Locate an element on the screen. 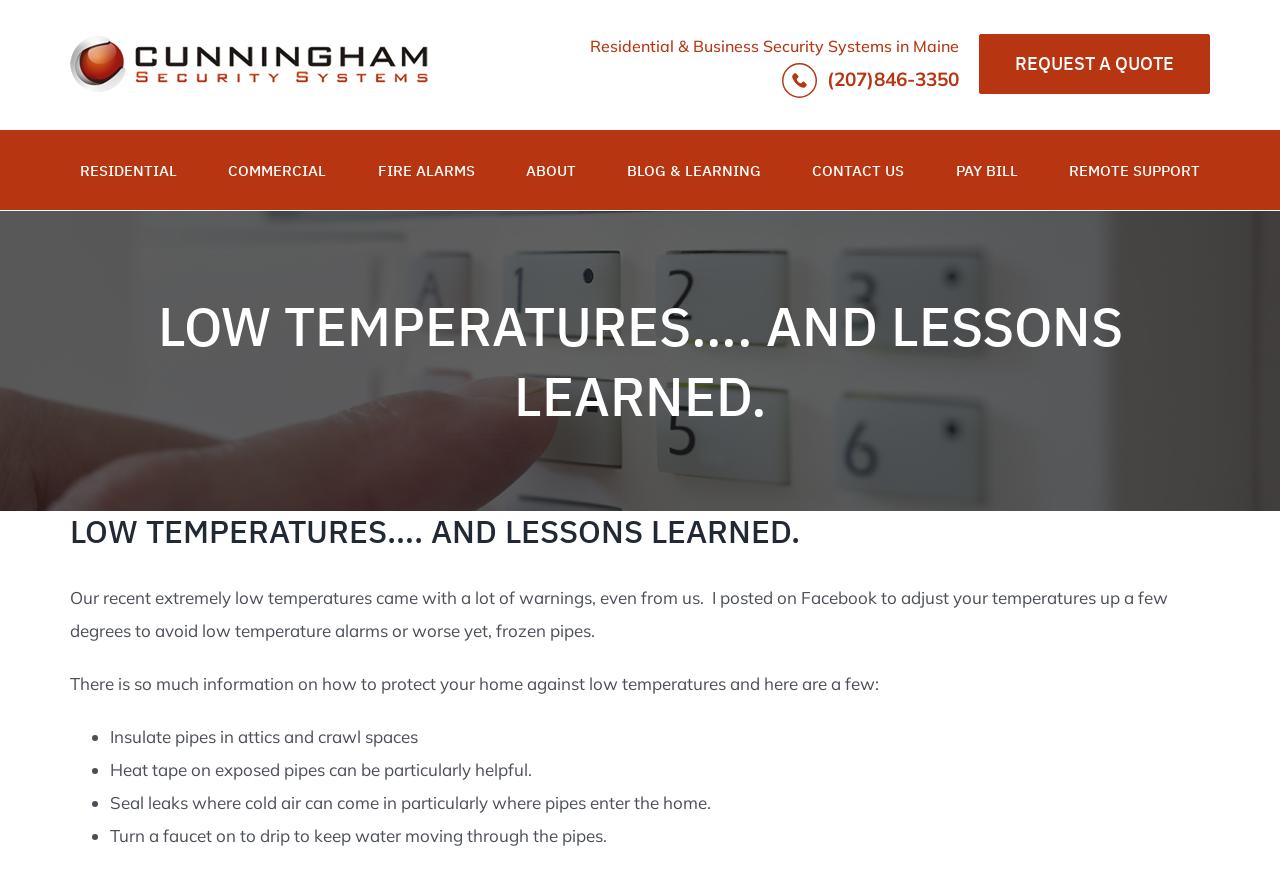 This screenshot has height=878, width=1280. 'ABOUT' is located at coordinates (550, 169).